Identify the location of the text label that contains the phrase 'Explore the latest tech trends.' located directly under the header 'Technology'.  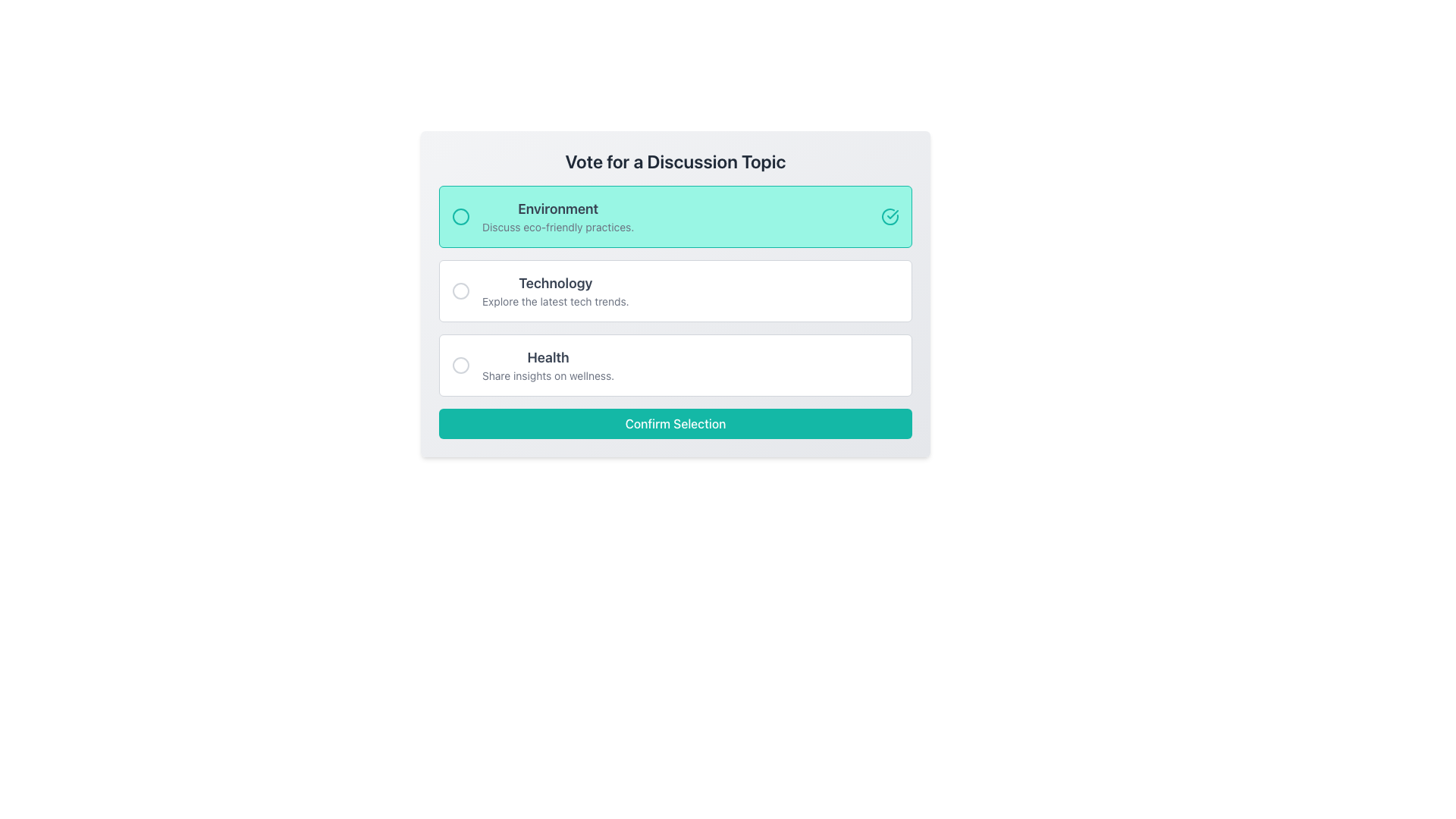
(554, 301).